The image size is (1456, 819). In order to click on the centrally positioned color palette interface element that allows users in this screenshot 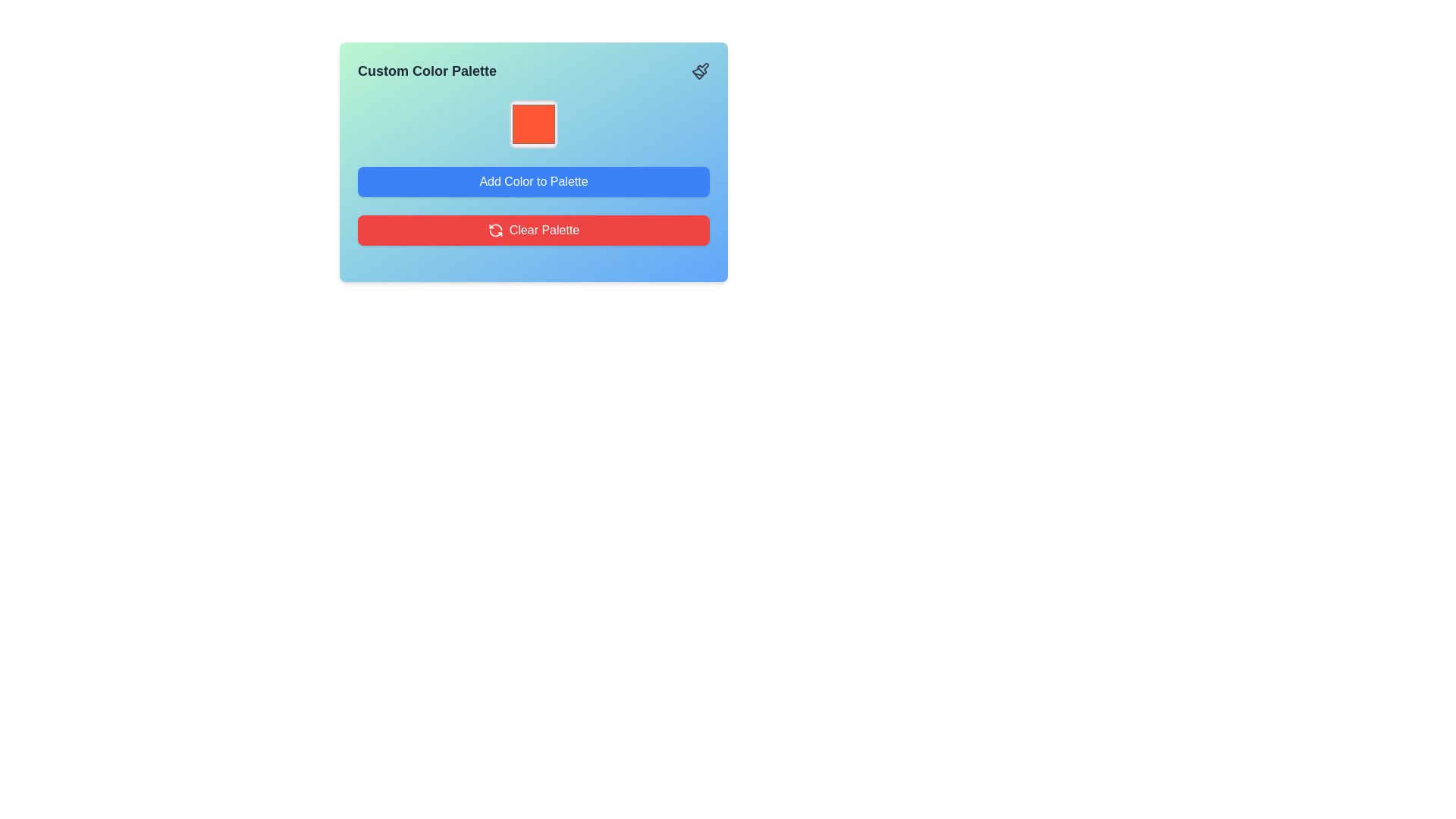, I will do `click(534, 162)`.